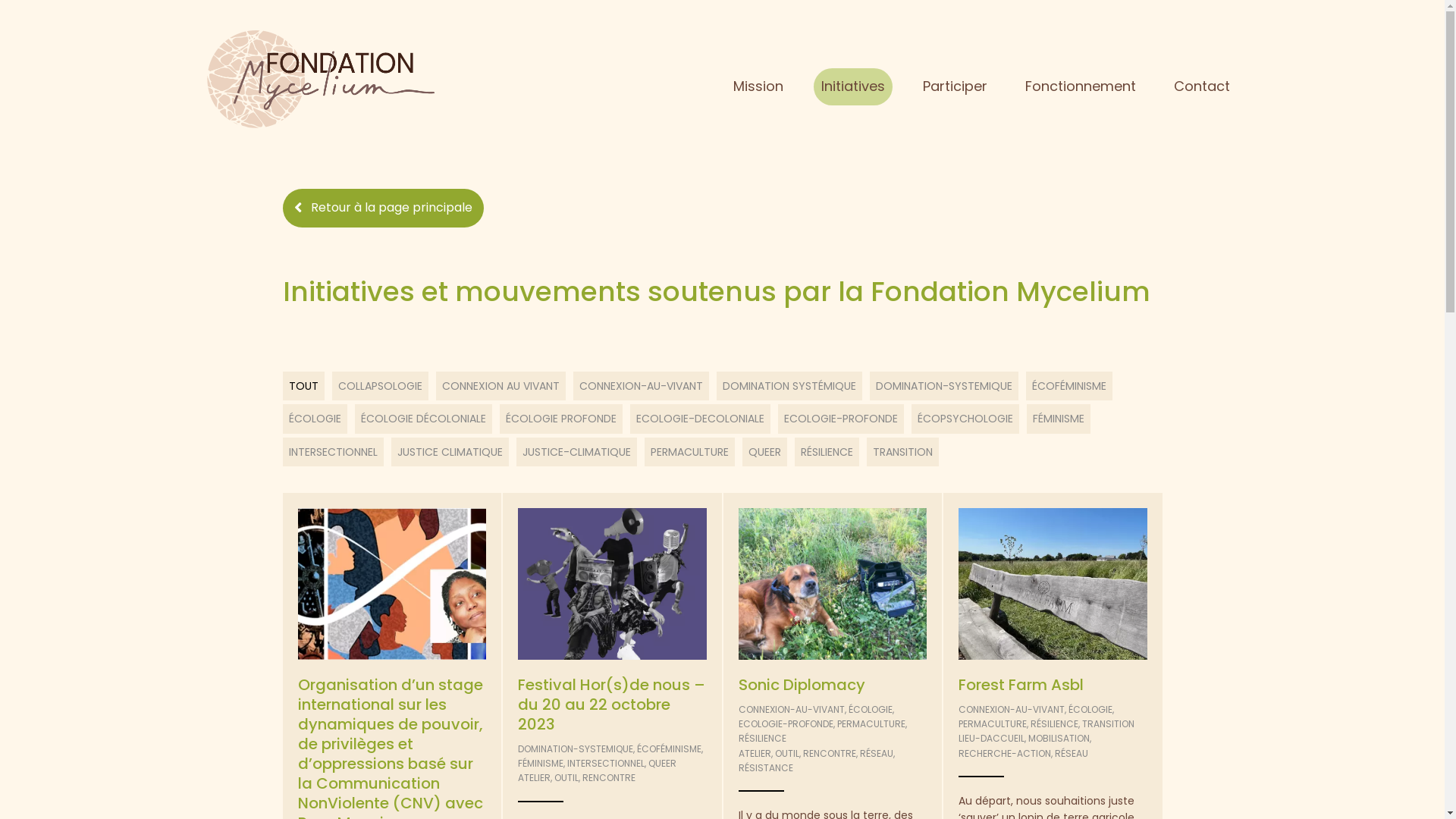 Image resolution: width=1456 pixels, height=819 pixels. Describe the element at coordinates (517, 777) in the screenshot. I see `'ATELIER'` at that location.